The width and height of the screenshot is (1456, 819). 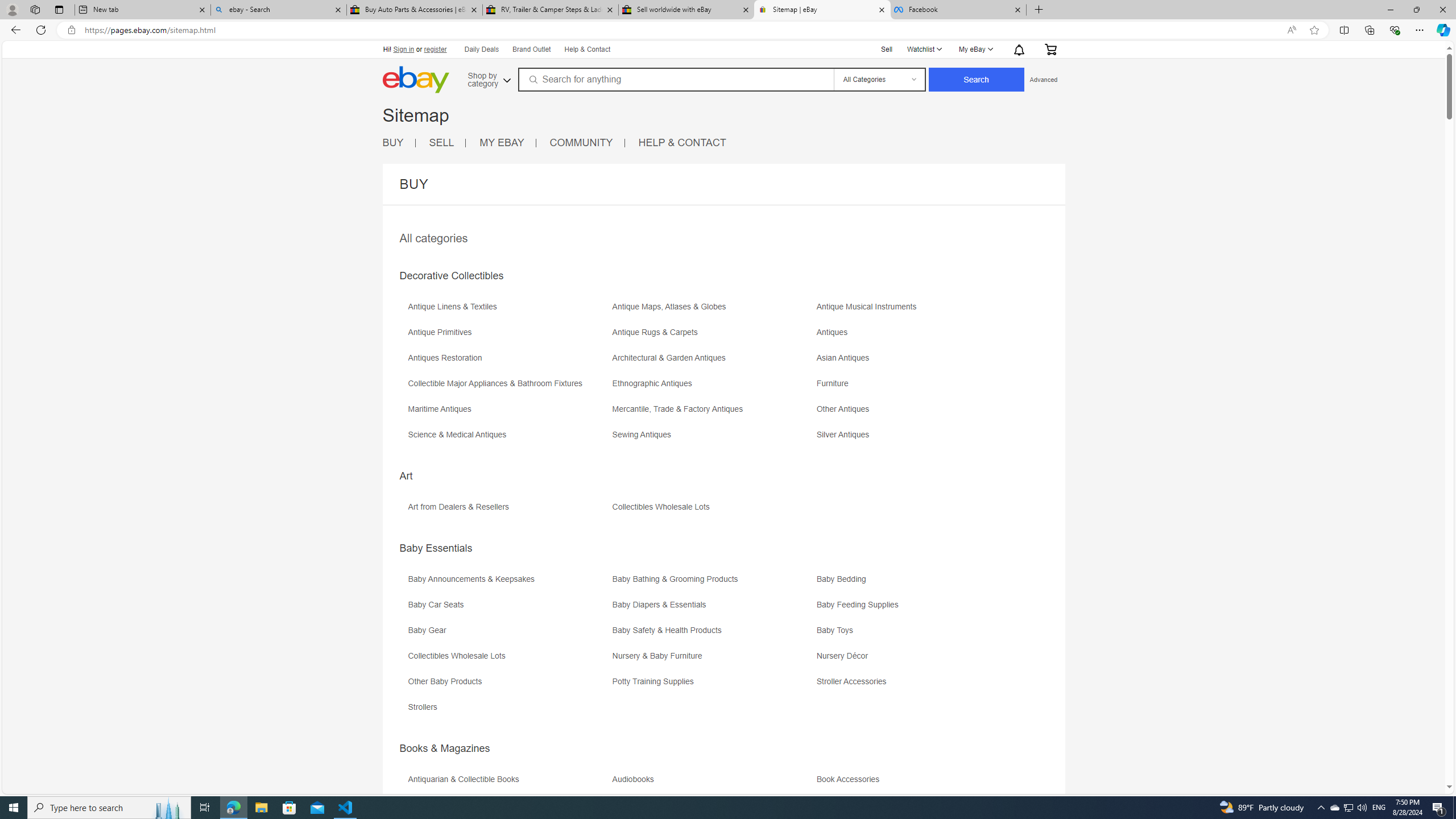 What do you see at coordinates (1314, 30) in the screenshot?
I see `'Add this page to favorites (Ctrl+D)'` at bounding box center [1314, 30].